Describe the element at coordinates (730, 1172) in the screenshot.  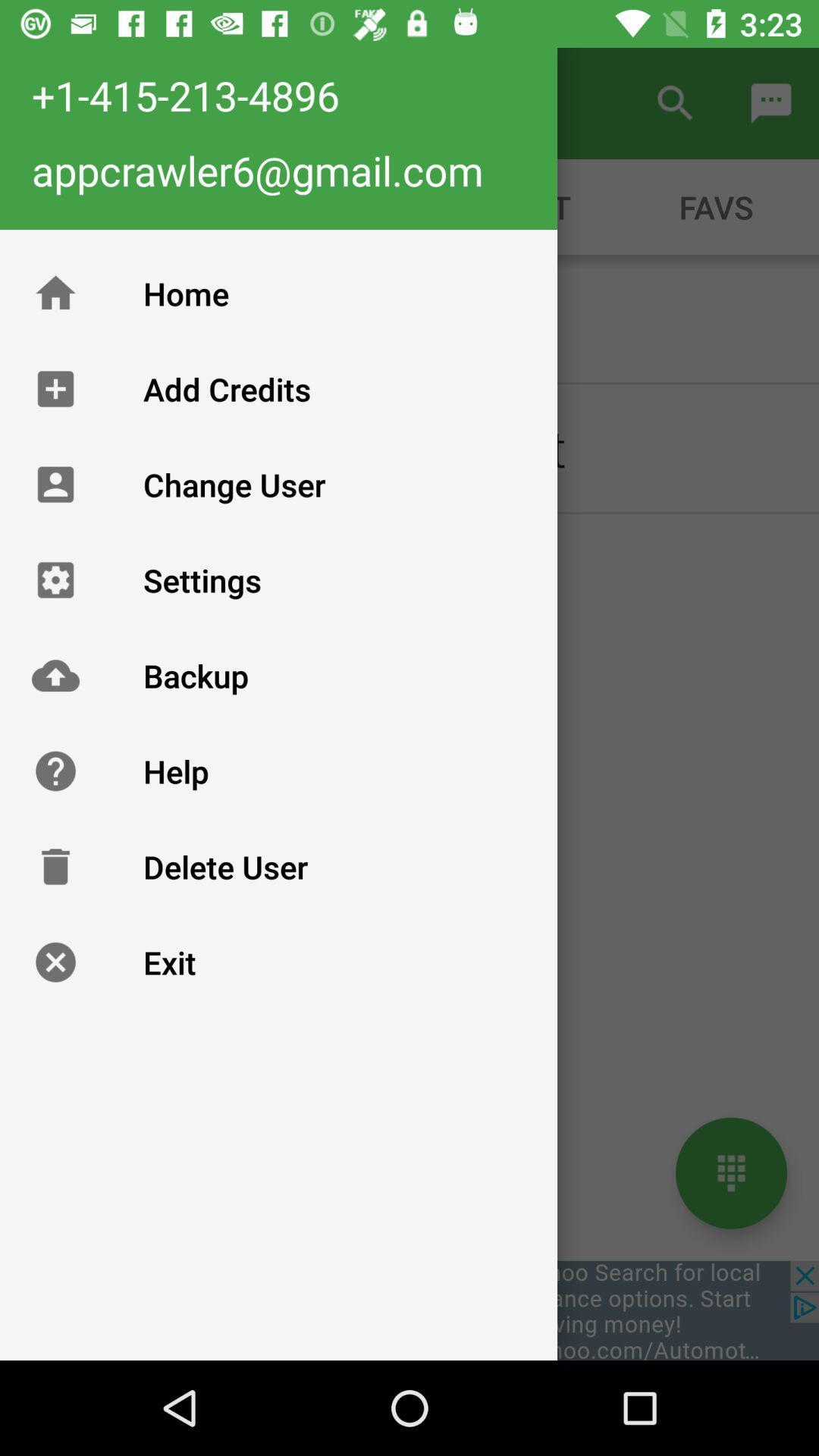
I see `the dialpad icon` at that location.